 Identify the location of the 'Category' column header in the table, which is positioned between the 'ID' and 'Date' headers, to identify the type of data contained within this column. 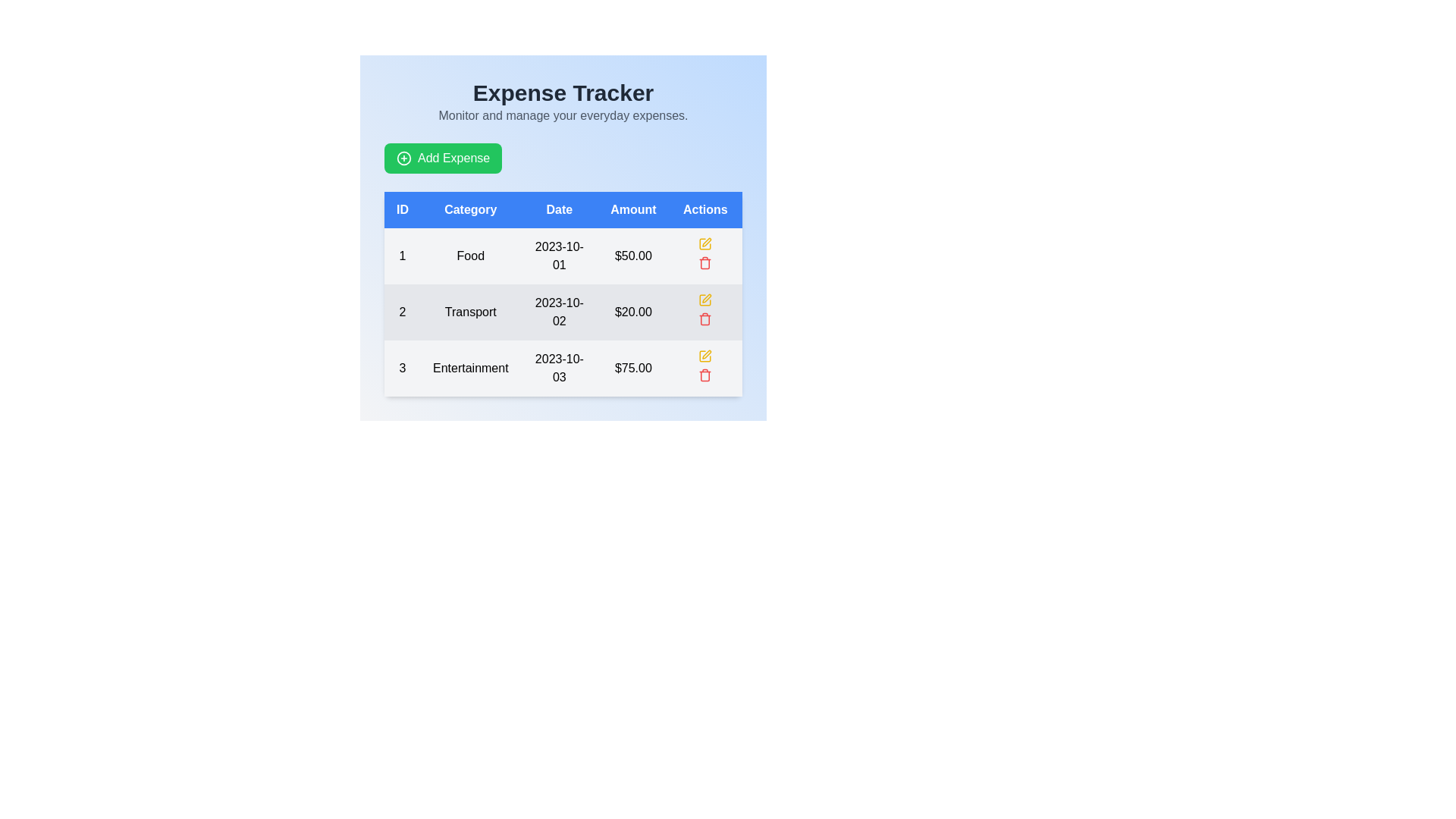
(469, 210).